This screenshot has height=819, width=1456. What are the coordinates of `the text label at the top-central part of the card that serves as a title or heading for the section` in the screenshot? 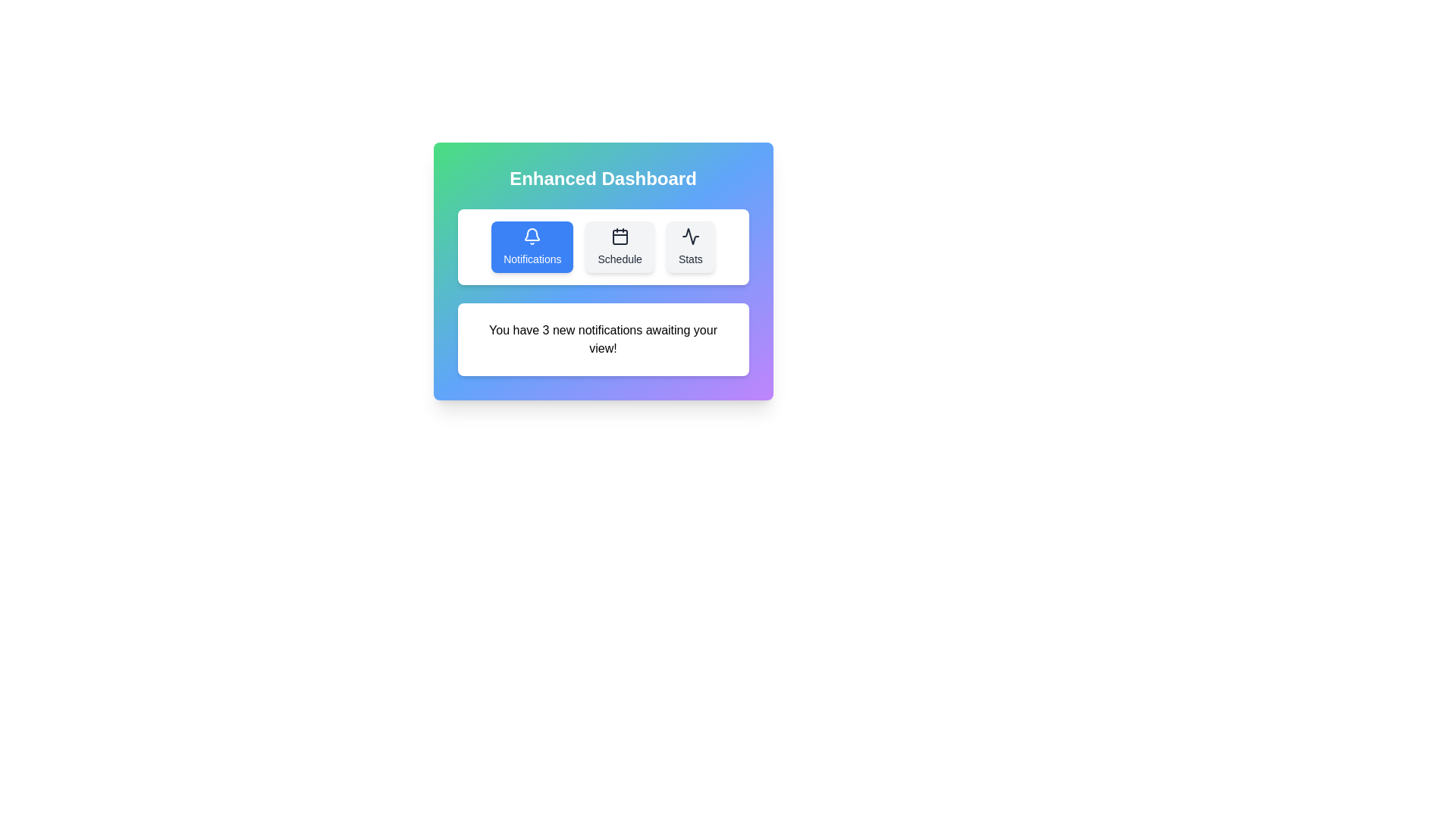 It's located at (602, 177).